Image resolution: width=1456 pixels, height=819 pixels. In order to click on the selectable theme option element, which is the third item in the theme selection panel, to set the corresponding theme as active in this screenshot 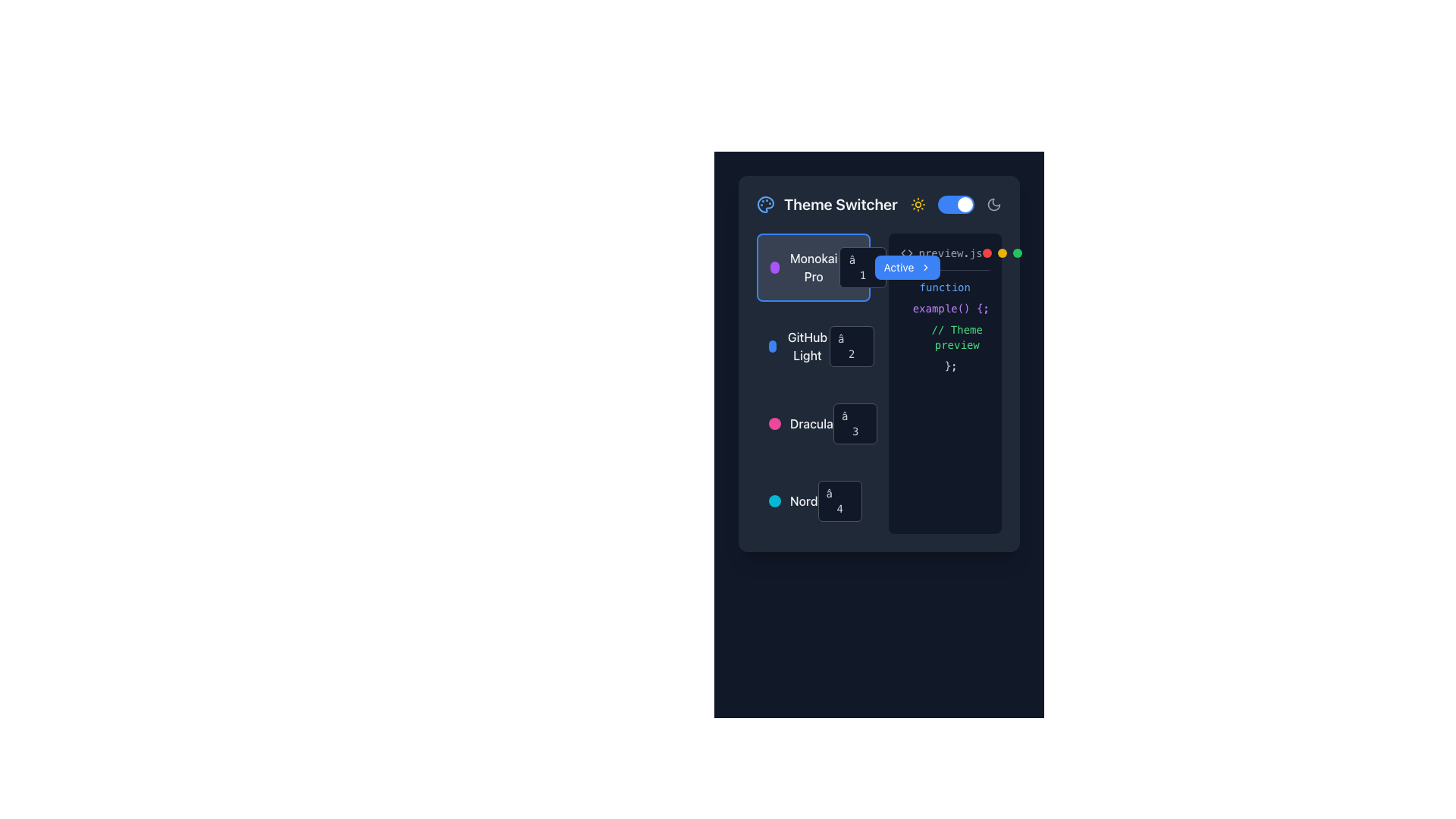, I will do `click(800, 424)`.